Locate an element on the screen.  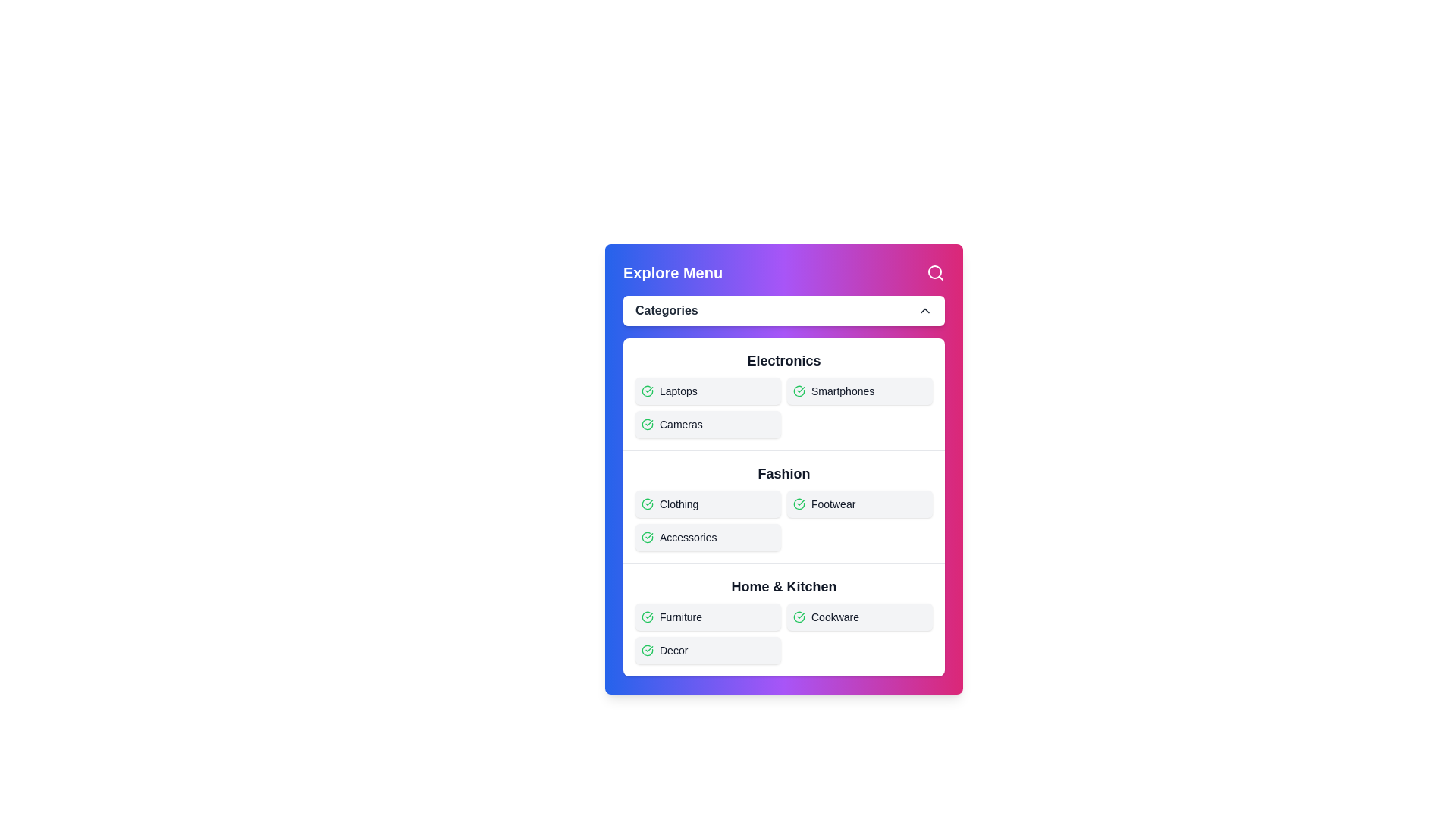
the circular SVG element of the magnifying glass icon located at the top-right corner of the card-like interface panel is located at coordinates (934, 271).